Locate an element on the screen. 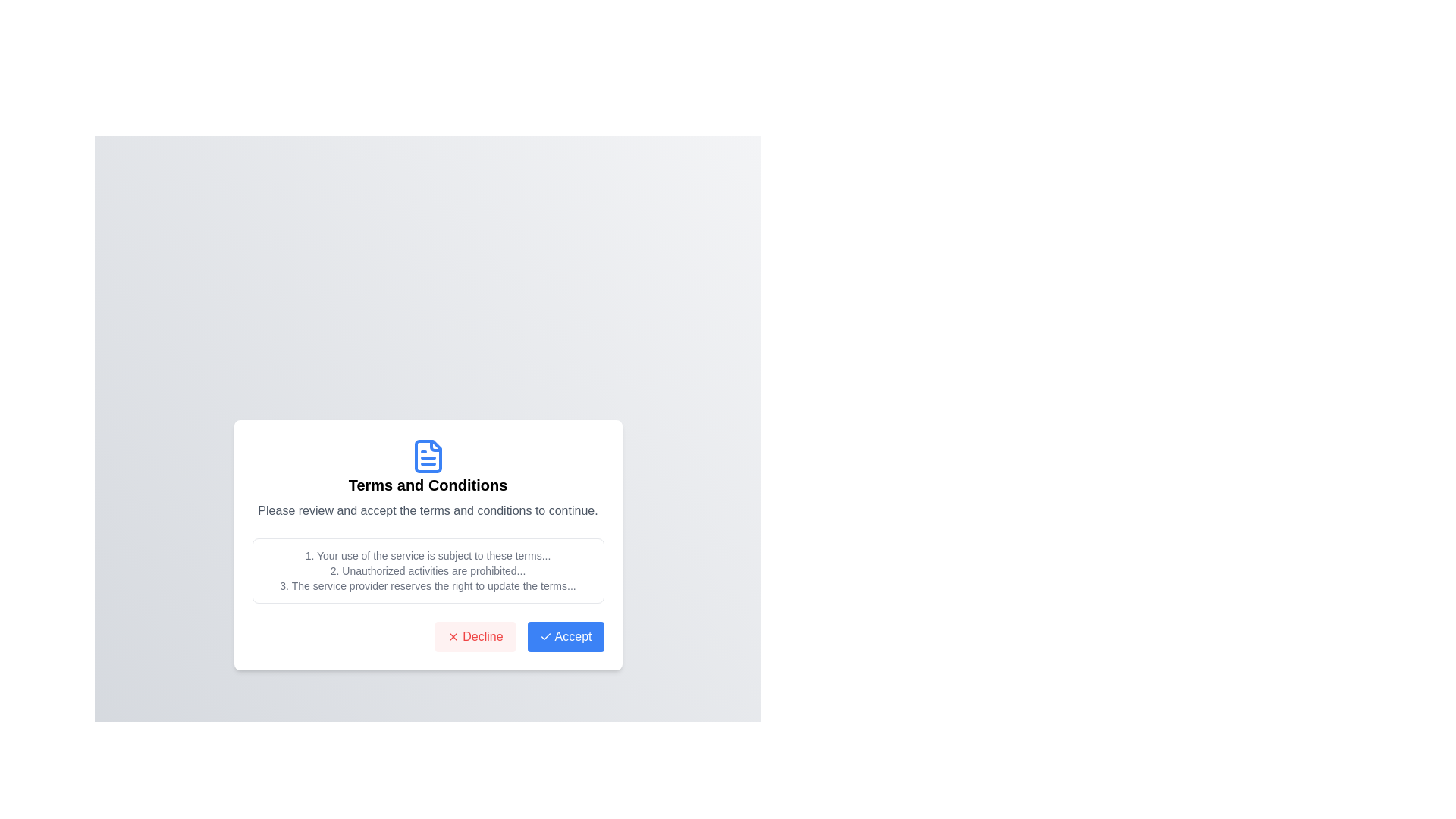 Image resolution: width=1456 pixels, height=819 pixels. the prominently displayed 'Terms and Conditions' text element, which is styled in bold and large font, indicating its importance as a title is located at coordinates (427, 485).